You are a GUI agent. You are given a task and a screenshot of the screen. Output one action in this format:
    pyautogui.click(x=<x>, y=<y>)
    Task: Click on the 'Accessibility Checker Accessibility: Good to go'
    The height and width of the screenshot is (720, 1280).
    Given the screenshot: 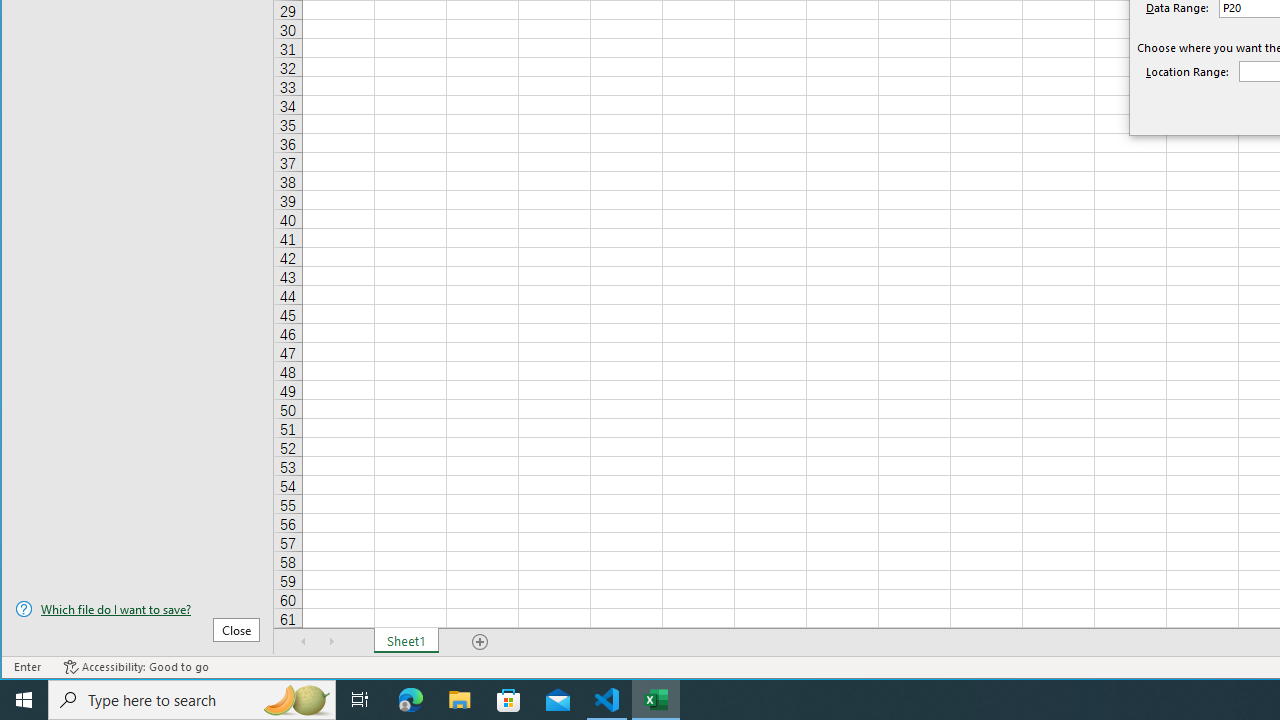 What is the action you would take?
    pyautogui.click(x=135, y=667)
    